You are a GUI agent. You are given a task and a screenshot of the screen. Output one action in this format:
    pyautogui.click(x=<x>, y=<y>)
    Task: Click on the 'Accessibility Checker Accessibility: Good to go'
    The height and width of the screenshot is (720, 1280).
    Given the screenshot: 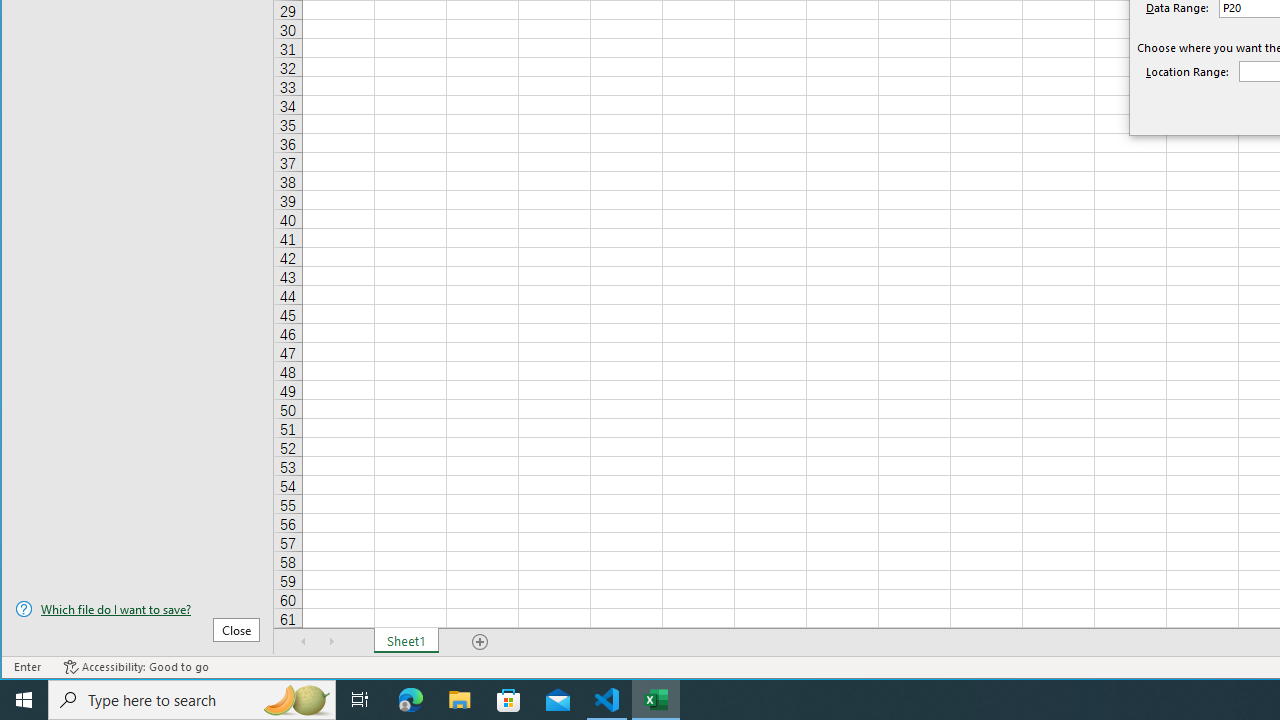 What is the action you would take?
    pyautogui.click(x=135, y=667)
    